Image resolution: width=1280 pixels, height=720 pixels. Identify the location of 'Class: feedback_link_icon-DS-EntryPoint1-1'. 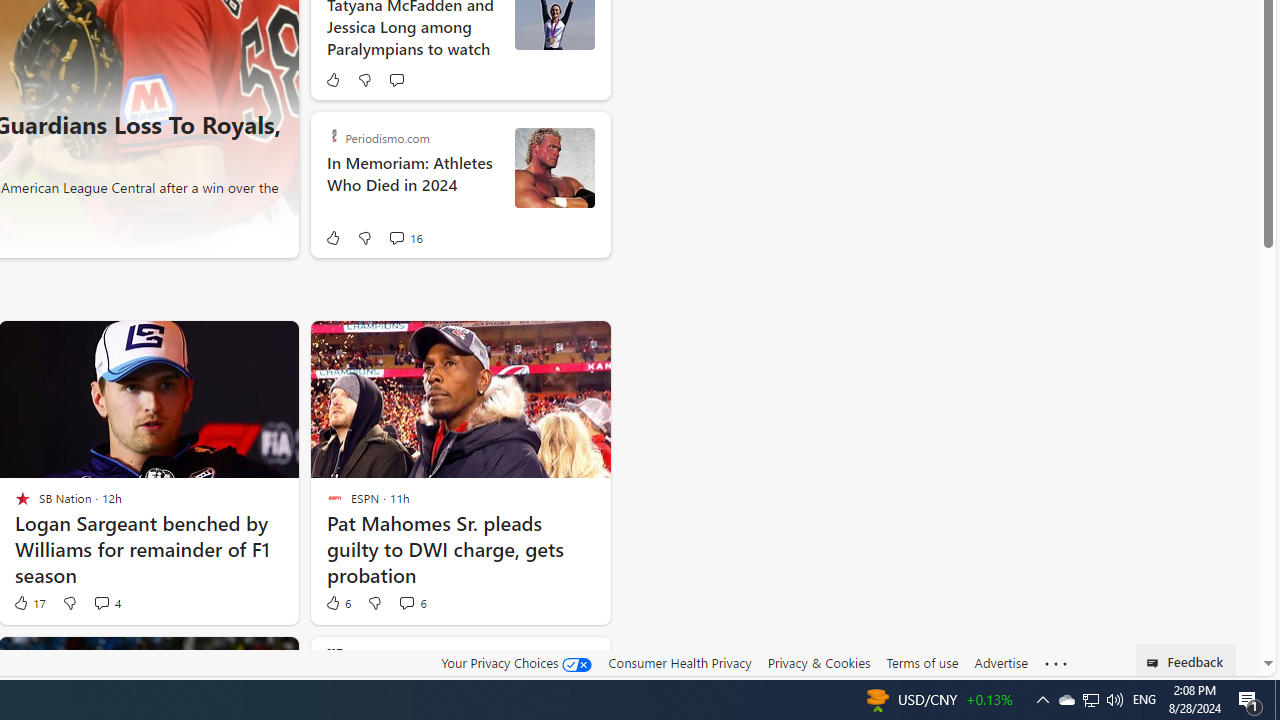
(1156, 663).